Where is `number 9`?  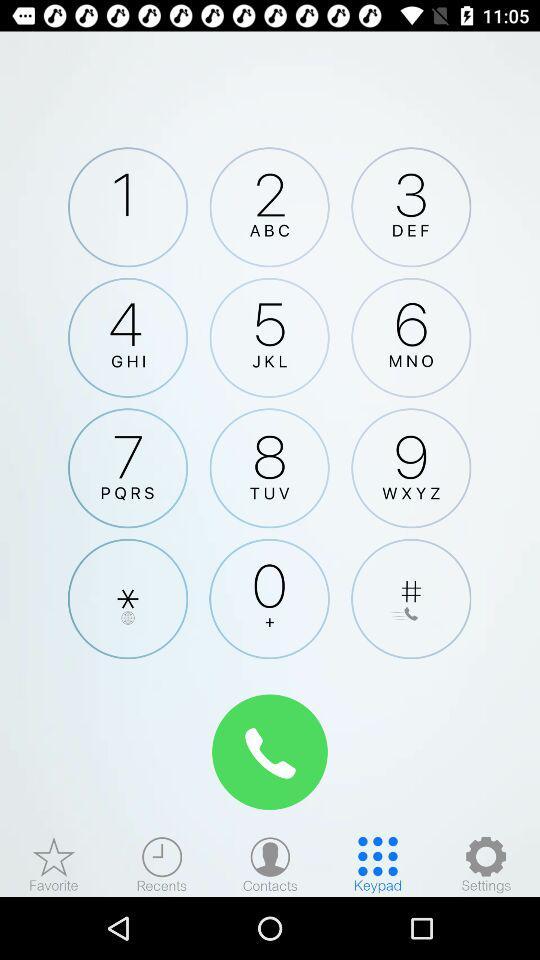
number 9 is located at coordinates (410, 468).